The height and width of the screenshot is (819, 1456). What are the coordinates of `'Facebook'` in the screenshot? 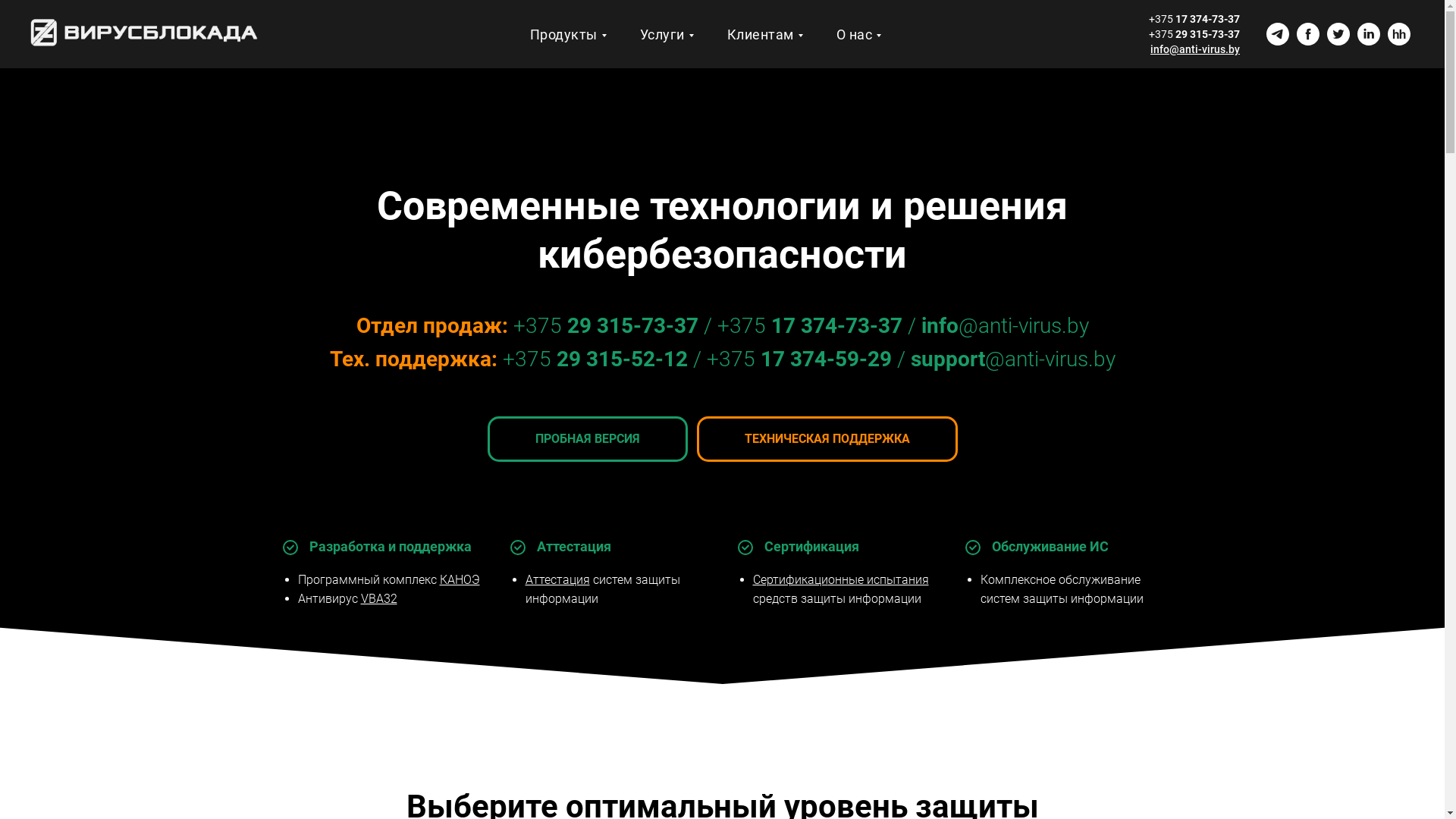 It's located at (1295, 34).